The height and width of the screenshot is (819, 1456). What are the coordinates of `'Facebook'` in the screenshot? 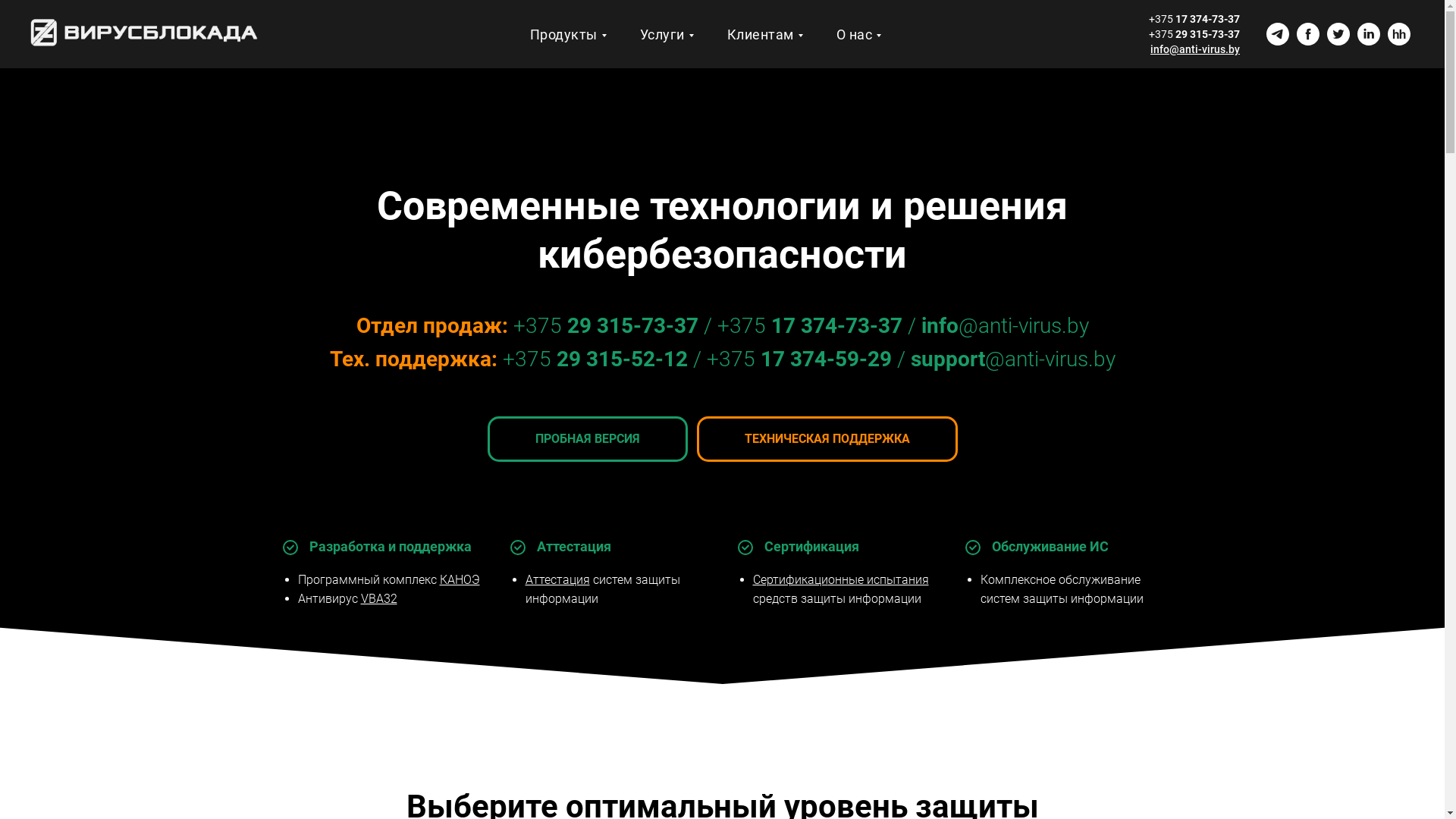 It's located at (1295, 34).